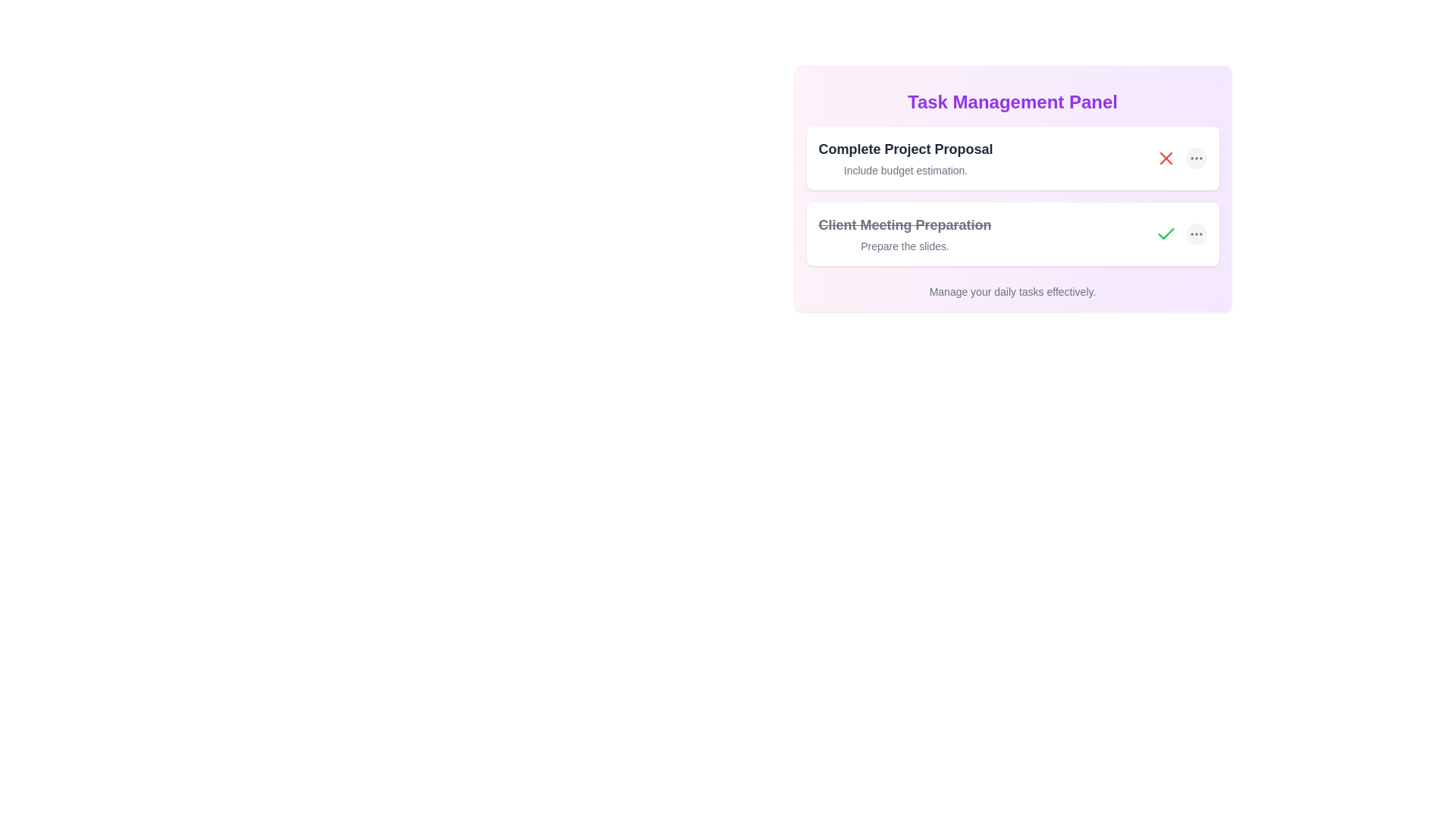 Image resolution: width=1456 pixels, height=819 pixels. I want to click on the informational text label located at the bottom-center of the 'Task Management Panel', which provides context or a motivational statement for users, so click(1012, 292).